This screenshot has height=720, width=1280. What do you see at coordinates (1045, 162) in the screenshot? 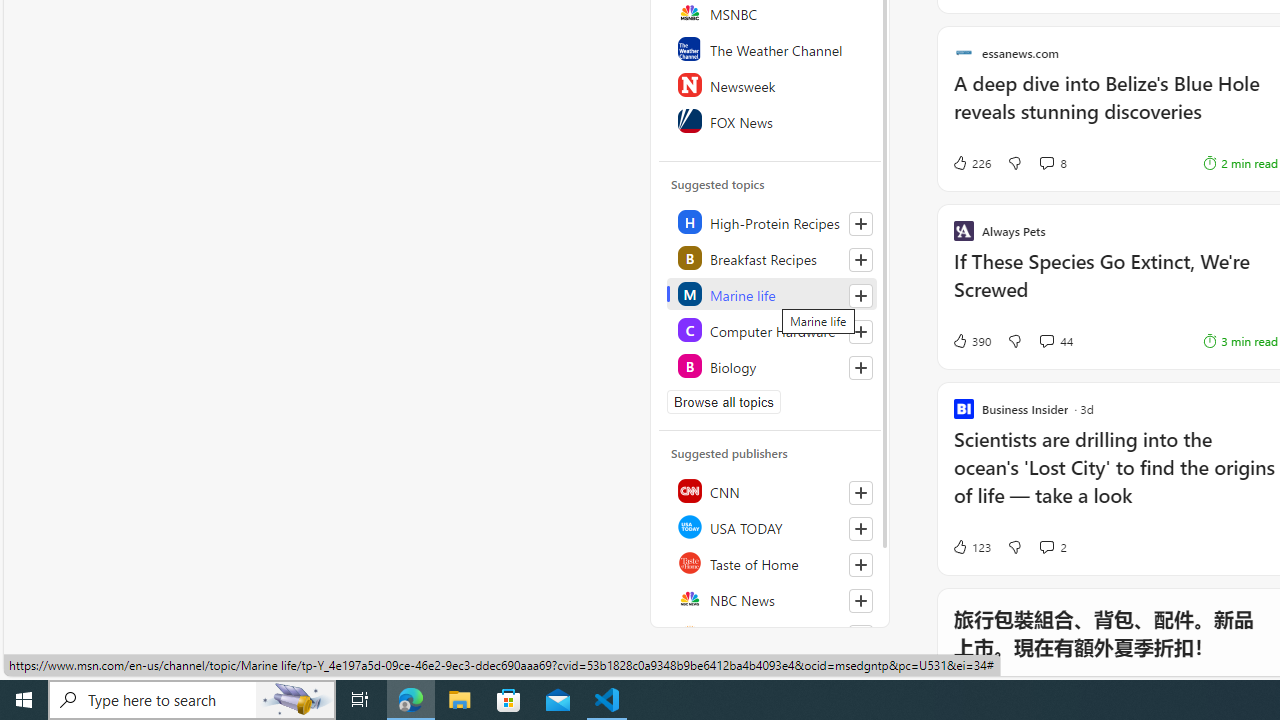
I see `'View comments 8 Comment'` at bounding box center [1045, 162].